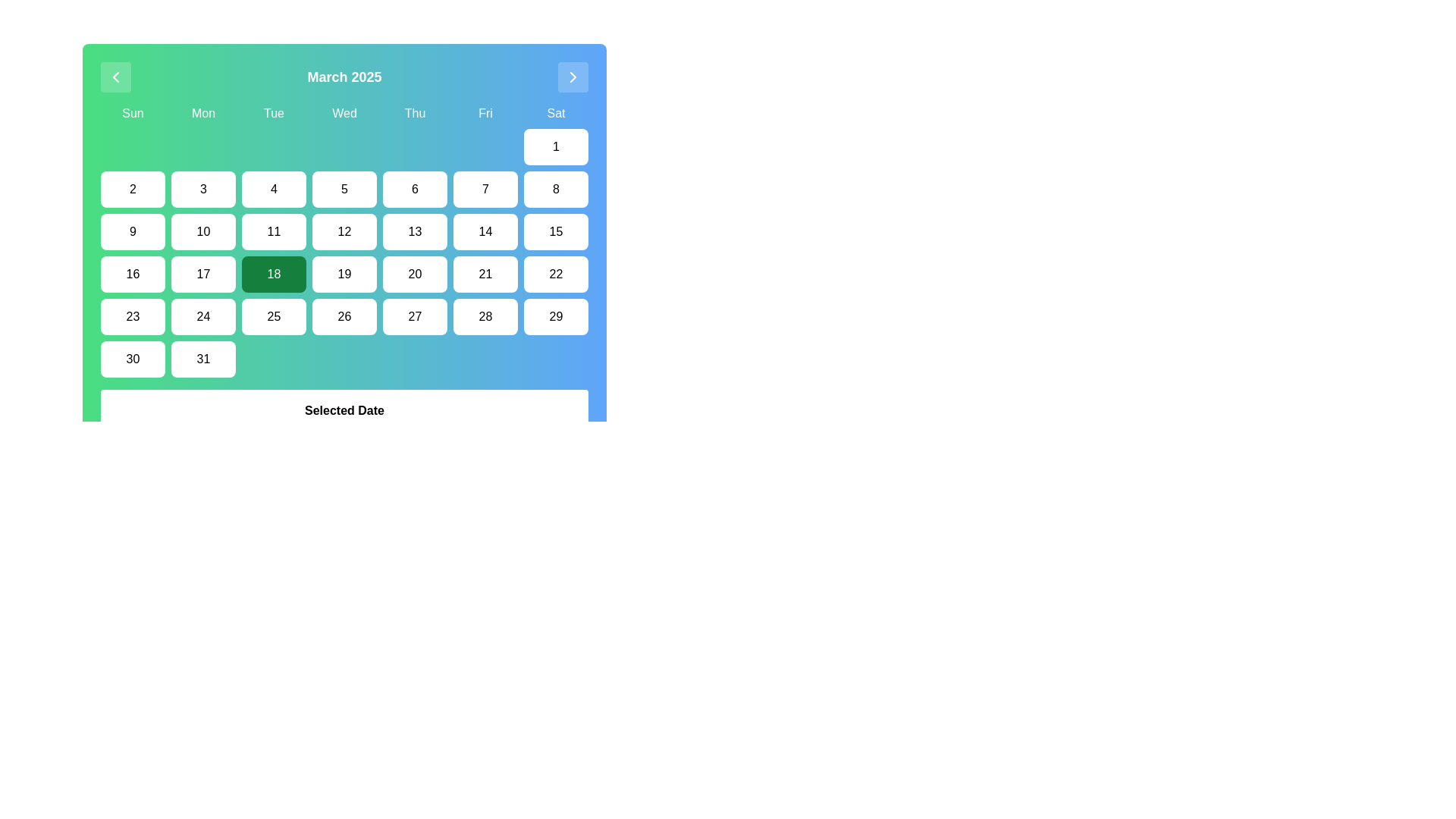 The width and height of the screenshot is (1456, 819). I want to click on the rectangular button with rounded corners that displays the number '31' in black text, located in the bottom-right corner of the calendar grid, so click(202, 359).